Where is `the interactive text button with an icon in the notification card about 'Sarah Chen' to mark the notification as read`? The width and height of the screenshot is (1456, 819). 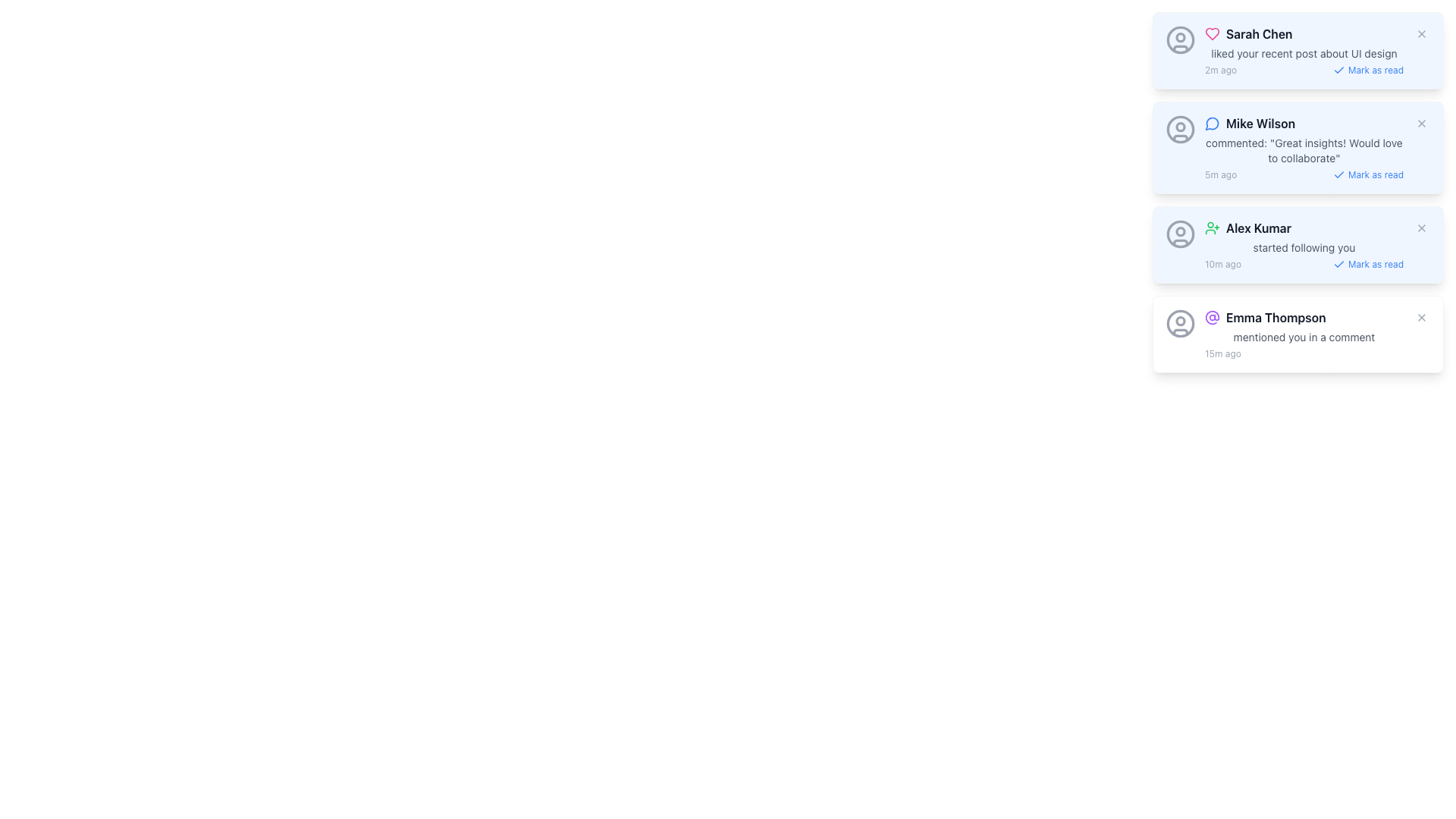
the interactive text button with an icon in the notification card about 'Sarah Chen' to mark the notification as read is located at coordinates (1368, 70).